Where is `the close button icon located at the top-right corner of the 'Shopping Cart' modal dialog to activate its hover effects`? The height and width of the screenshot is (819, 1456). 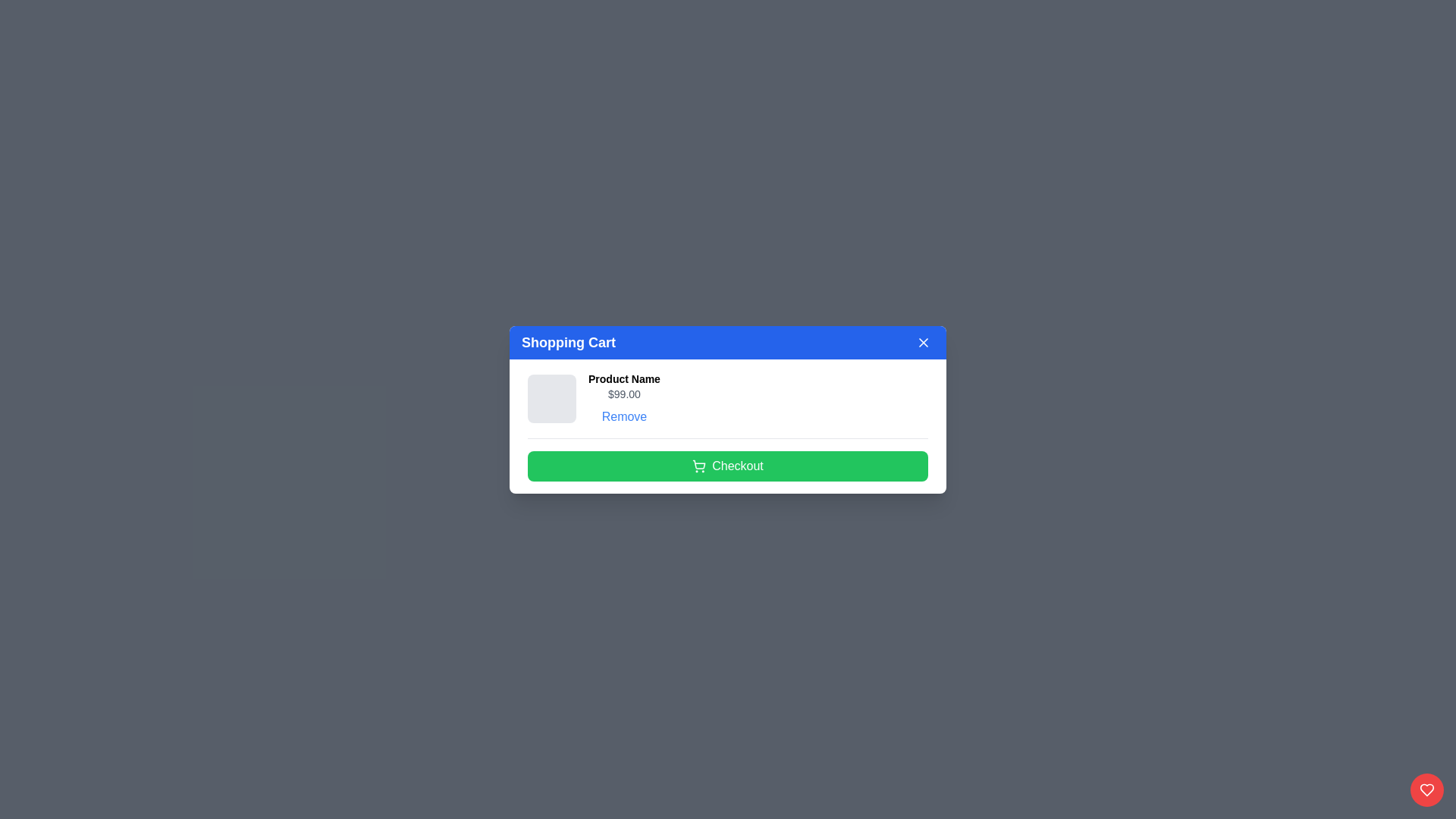 the close button icon located at the top-right corner of the 'Shopping Cart' modal dialog to activate its hover effects is located at coordinates (923, 342).